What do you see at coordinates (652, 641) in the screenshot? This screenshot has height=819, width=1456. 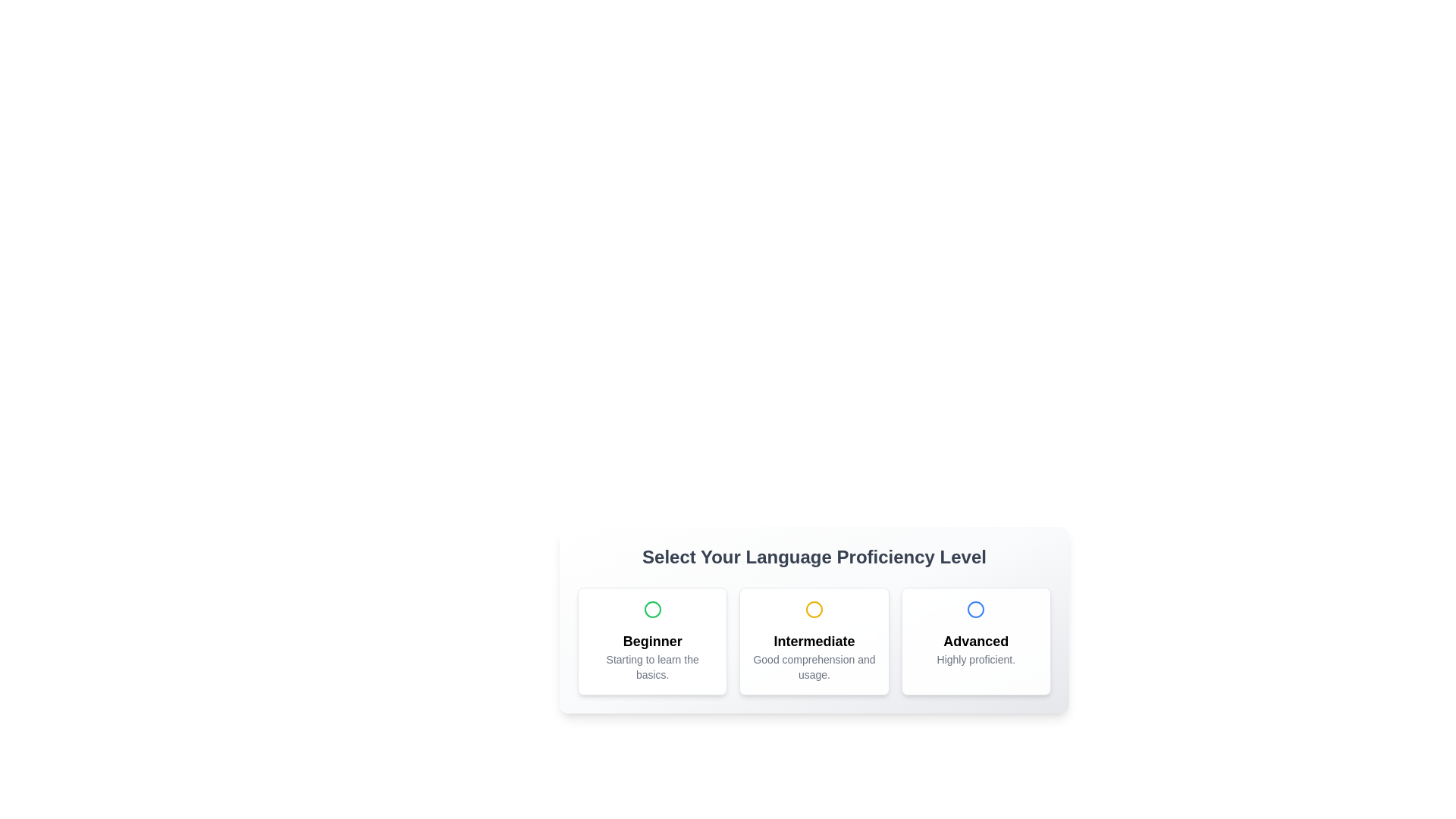 I see `the 'Beginner' text label, which is the heading within the first card of three horizontally aligned cards, located below a green circle icon and above the descriptive text` at bounding box center [652, 641].